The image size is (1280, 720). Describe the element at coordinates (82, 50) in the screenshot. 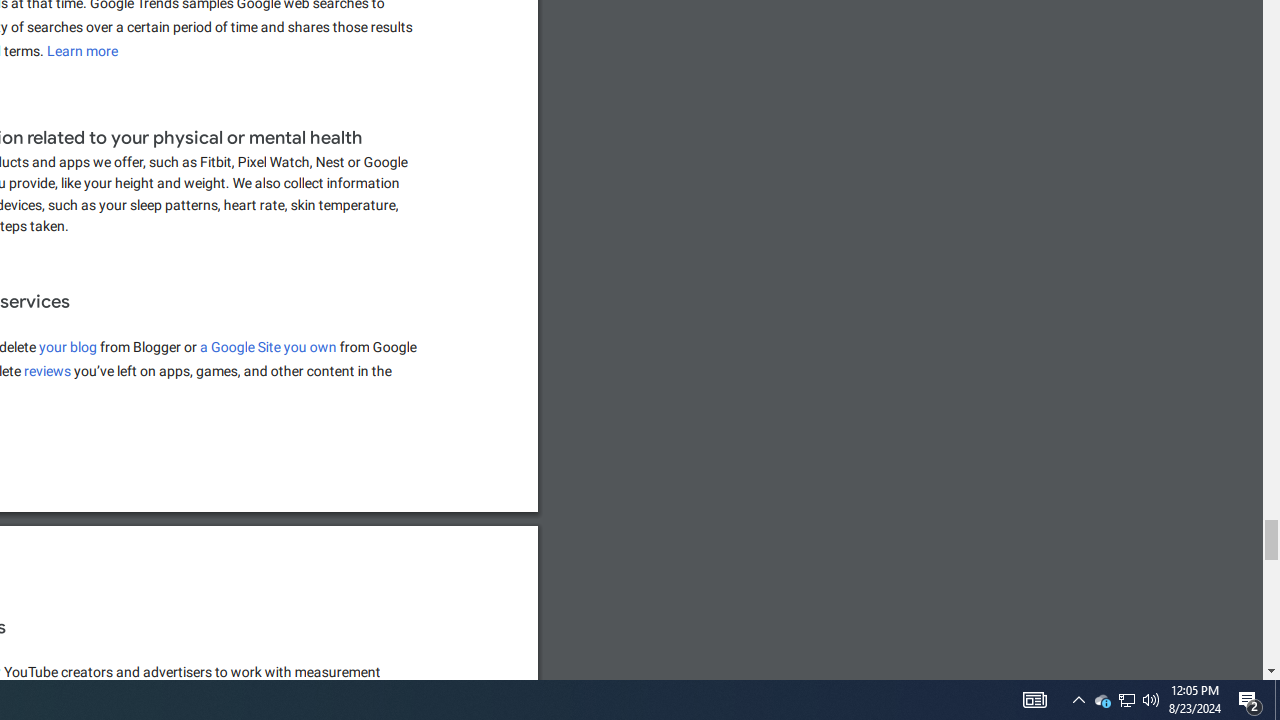

I see `'Learn more'` at that location.